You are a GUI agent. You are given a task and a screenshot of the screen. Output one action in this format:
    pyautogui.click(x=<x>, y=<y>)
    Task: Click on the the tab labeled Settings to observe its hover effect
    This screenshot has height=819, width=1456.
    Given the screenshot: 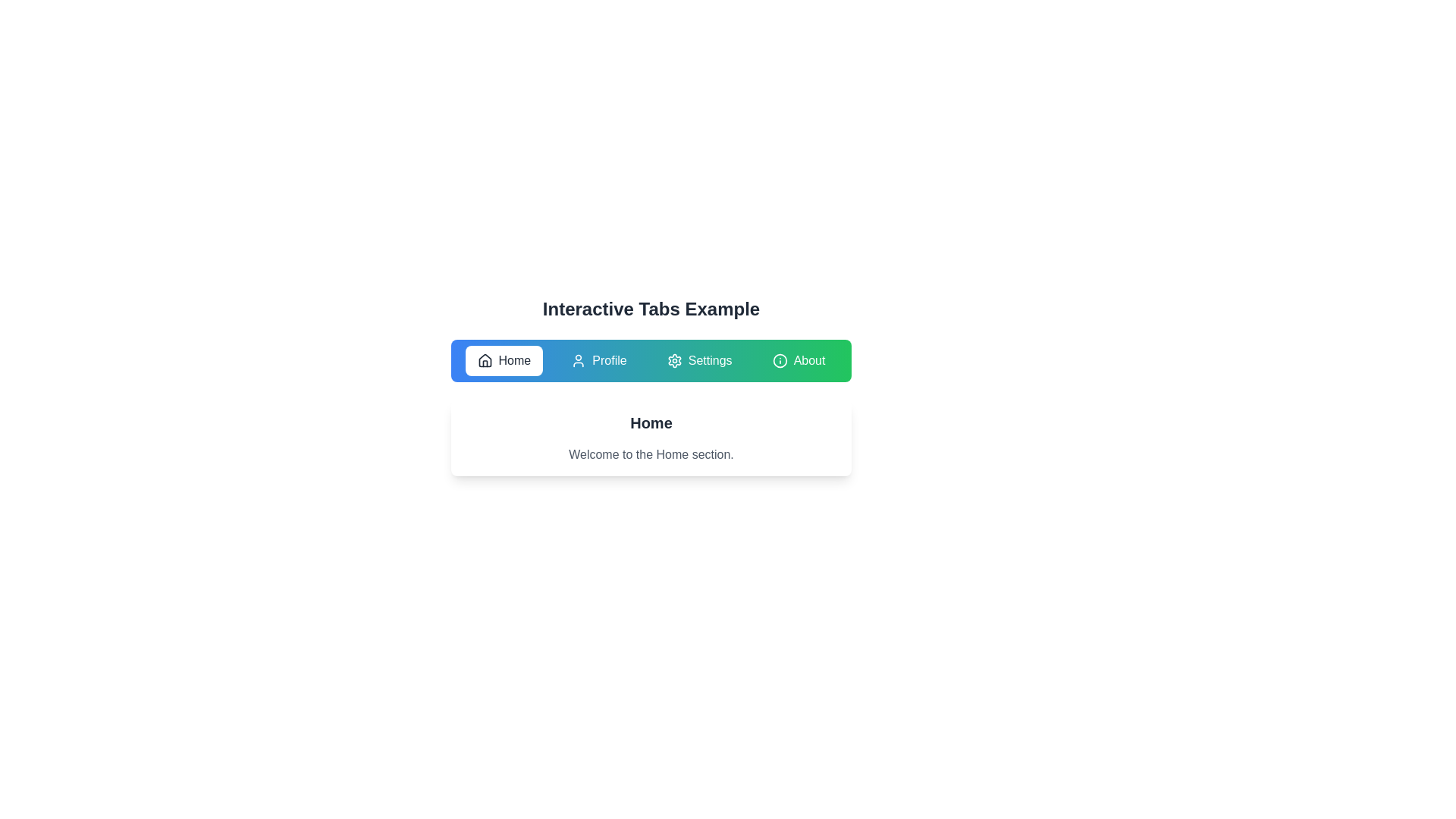 What is the action you would take?
    pyautogui.click(x=698, y=360)
    